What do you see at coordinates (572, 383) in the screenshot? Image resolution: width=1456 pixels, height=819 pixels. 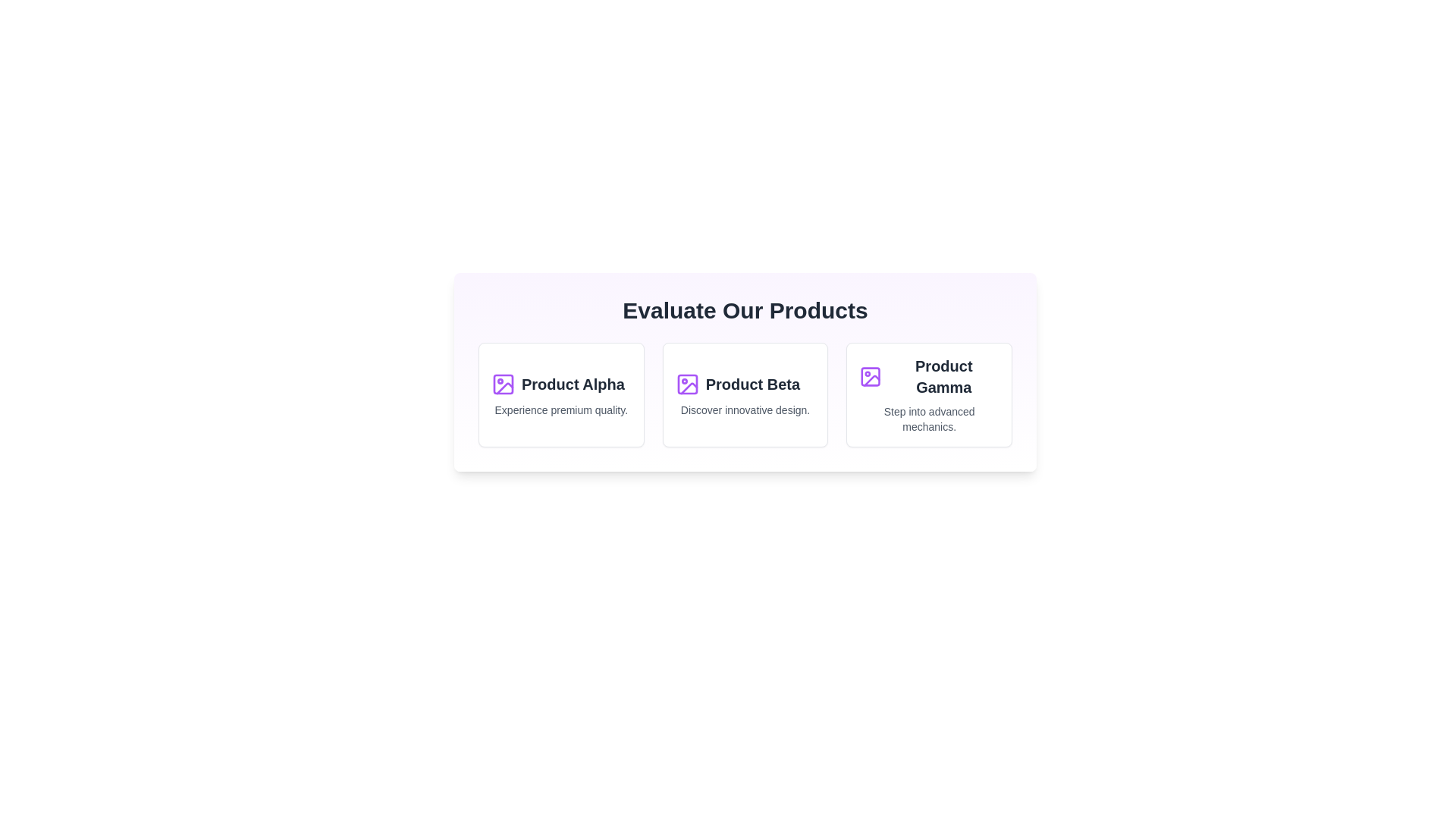 I see `bold, large-sized, dark gray text label reading 'Product Alpha' located in the top-left section of a three-column layout inside a product card` at bounding box center [572, 383].